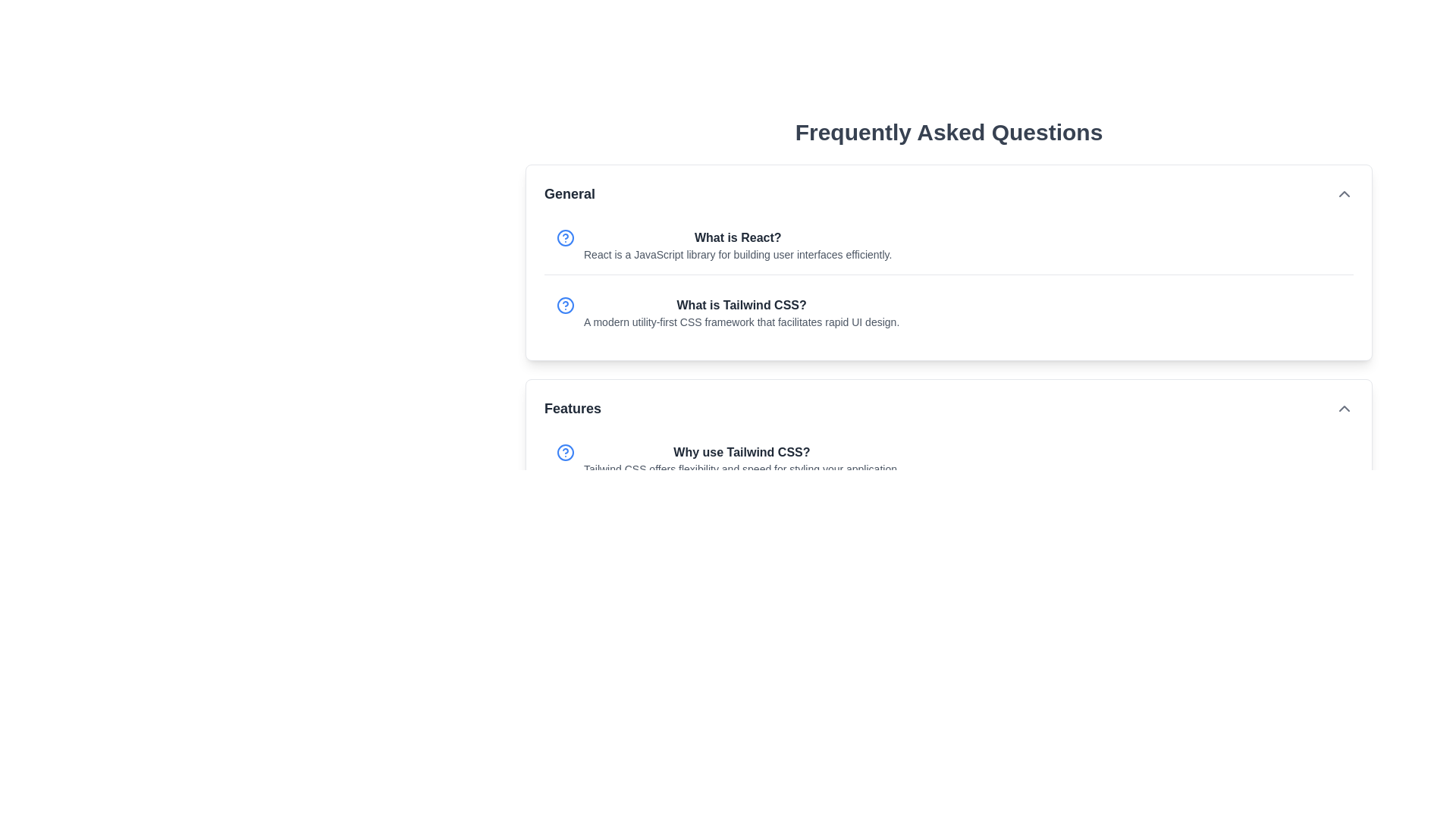  I want to click on the upward-facing chevron icon button located at the far-right edge of the 'Features' section header, so click(1344, 408).